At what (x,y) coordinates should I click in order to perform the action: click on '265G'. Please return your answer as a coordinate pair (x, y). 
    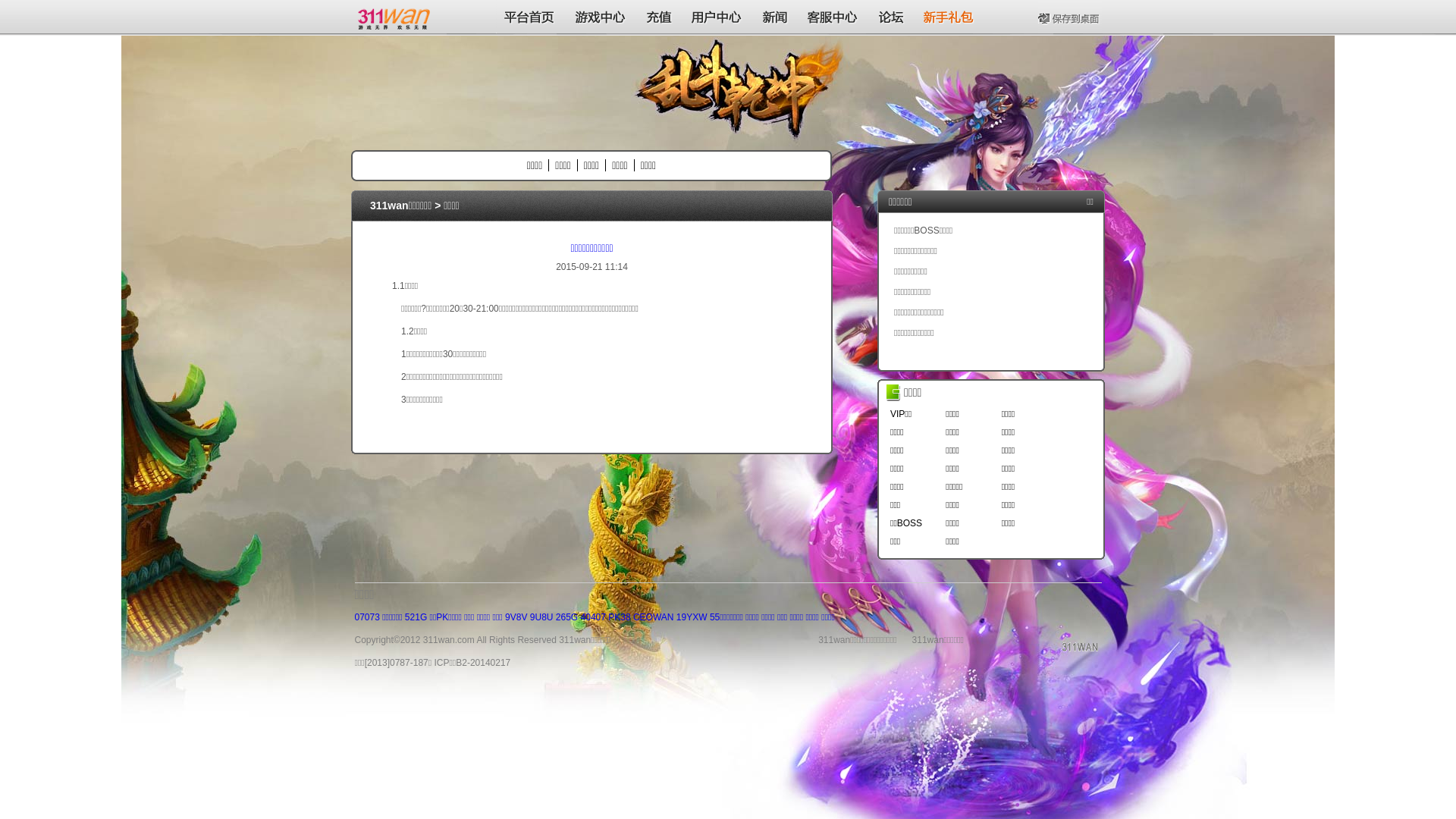
    Looking at the image, I should click on (566, 617).